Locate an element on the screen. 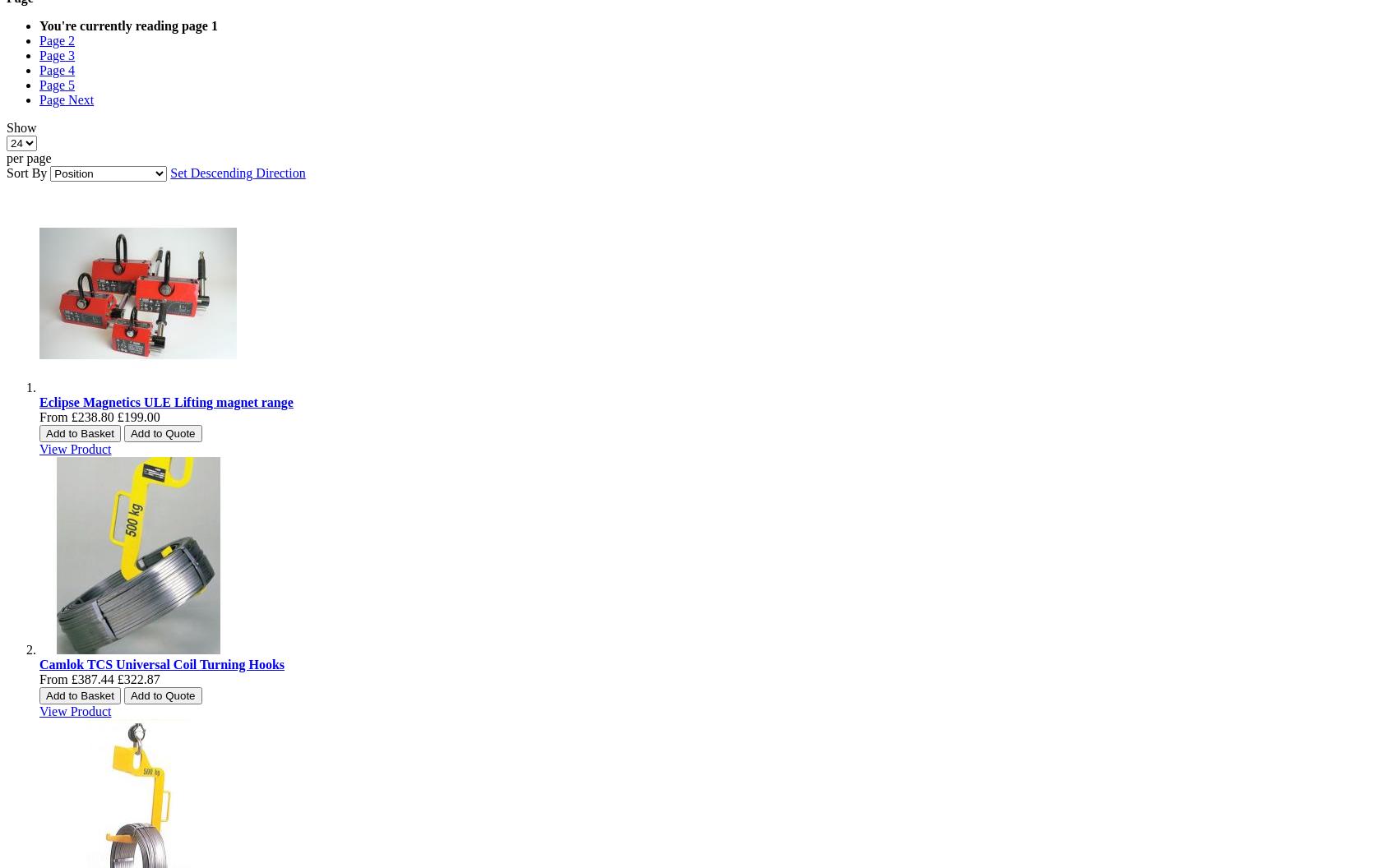 This screenshot has height=868, width=1398. '£322.87' is located at coordinates (137, 679).